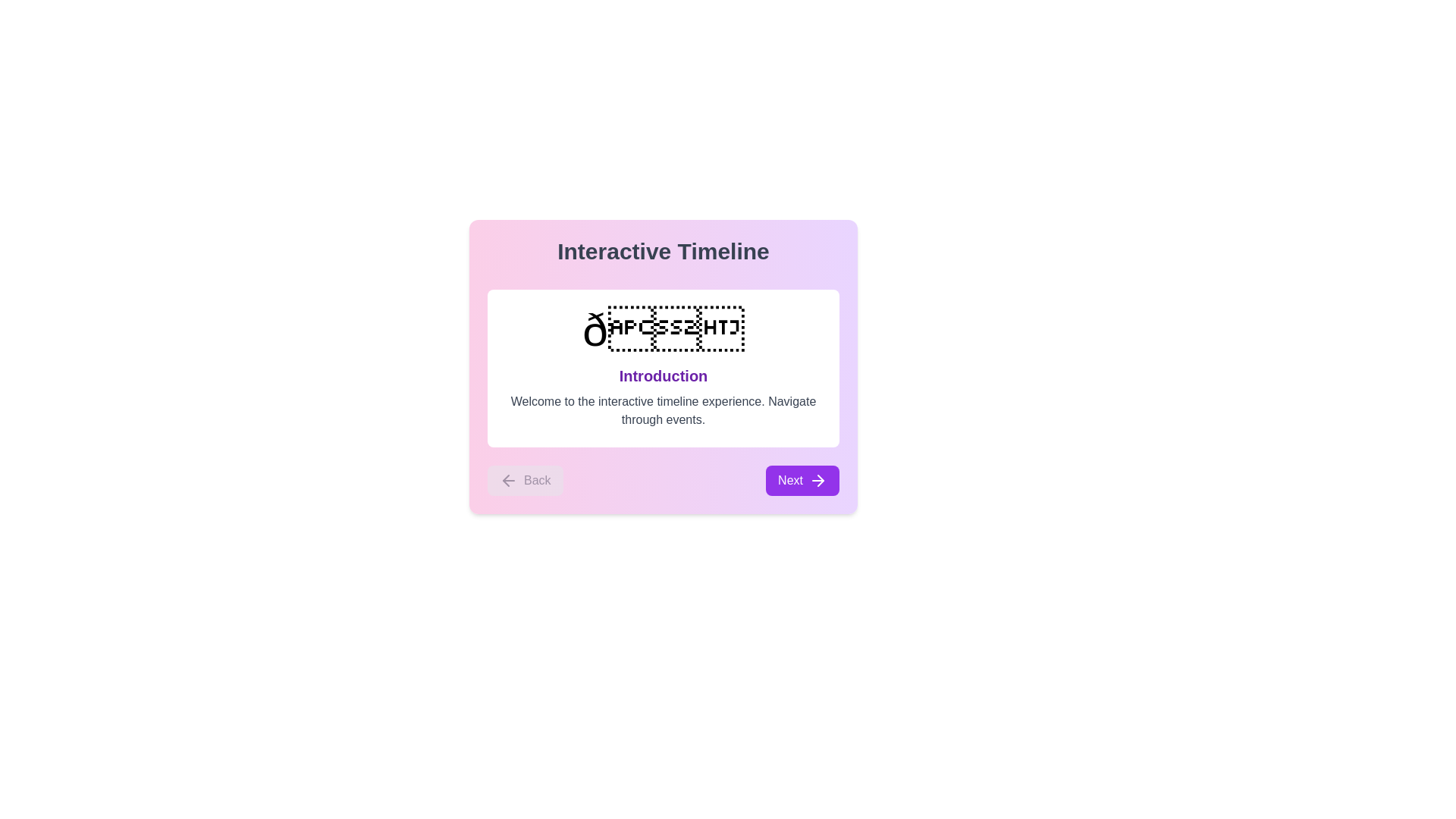  I want to click on the 'Back' icon which signifies the backward navigation function, located in the bottom-left corner of the card layout, so click(509, 480).